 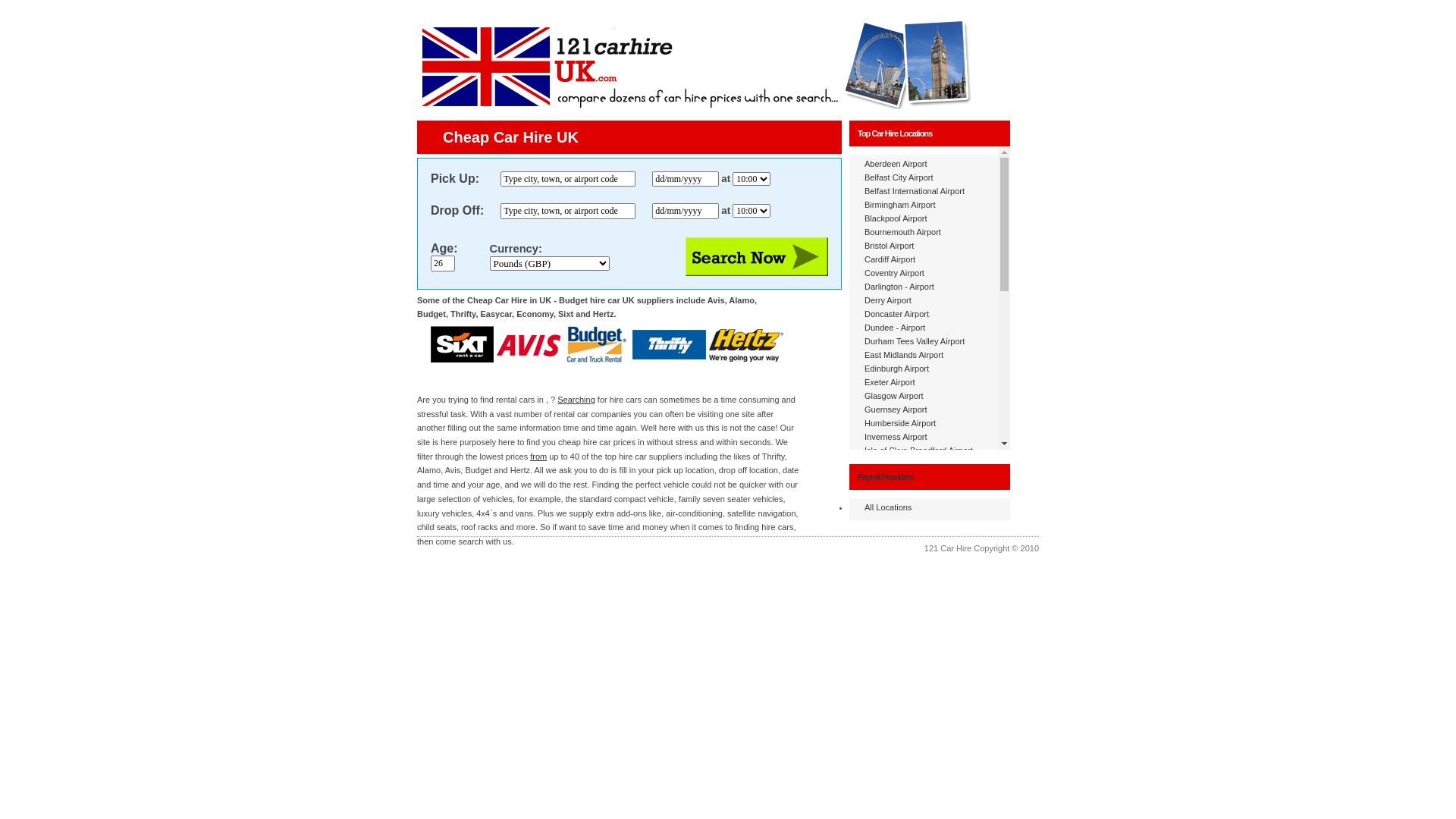 What do you see at coordinates (895, 517) in the screenshot?
I see `'Liverpool Airport'` at bounding box center [895, 517].